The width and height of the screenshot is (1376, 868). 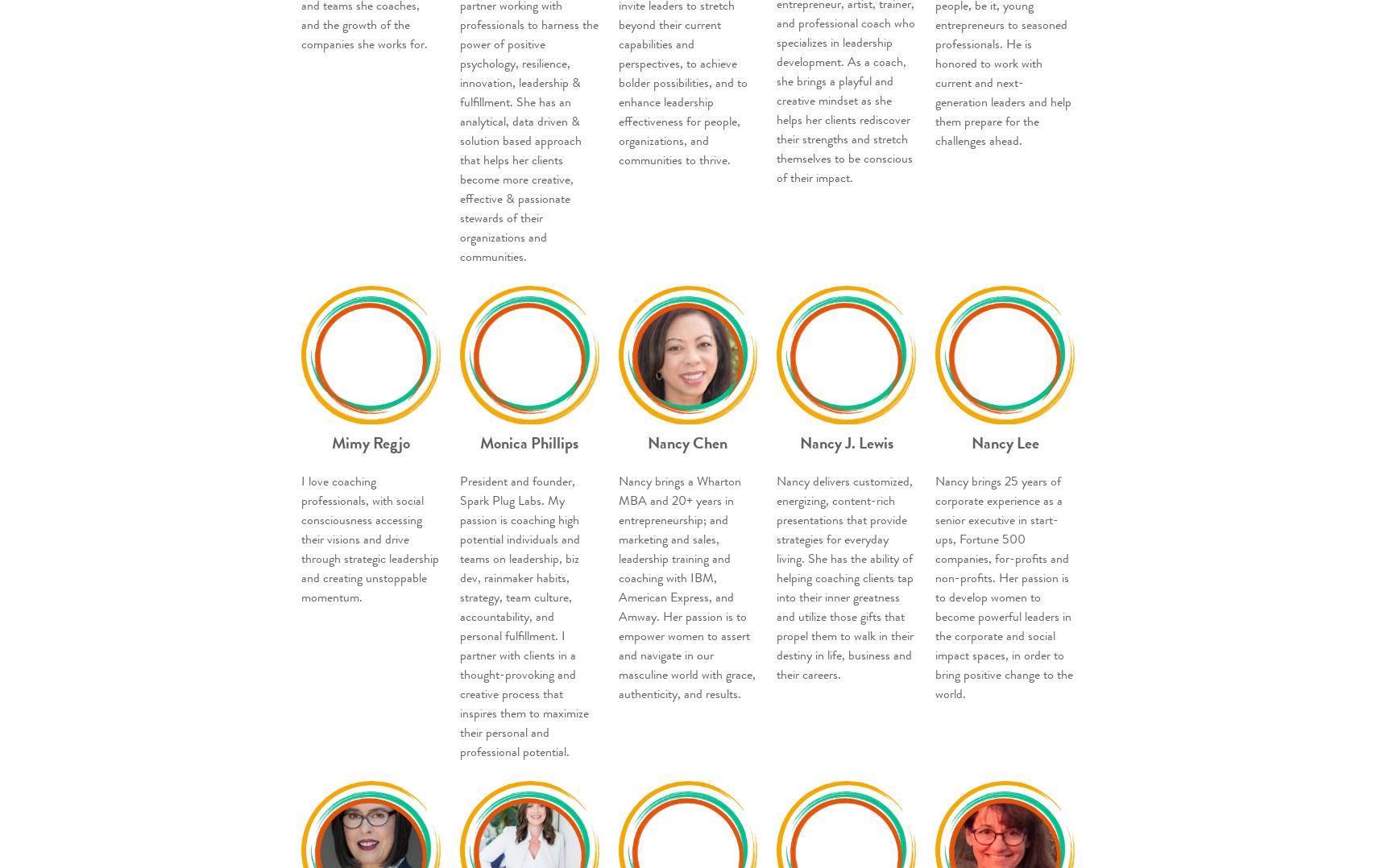 I want to click on 'Nancy J. Lewis', so click(x=799, y=441).